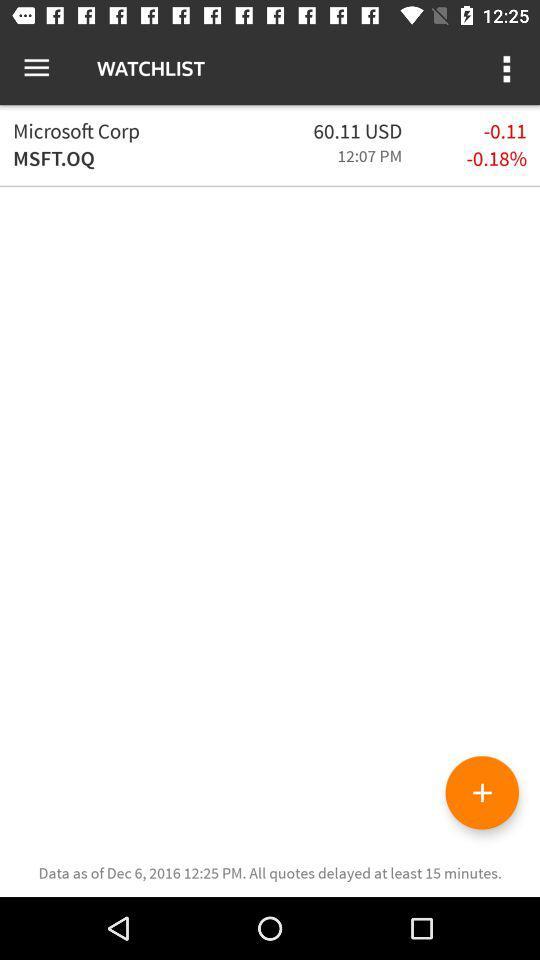 Image resolution: width=540 pixels, height=960 pixels. I want to click on icon to the left of the watchlist, so click(36, 68).